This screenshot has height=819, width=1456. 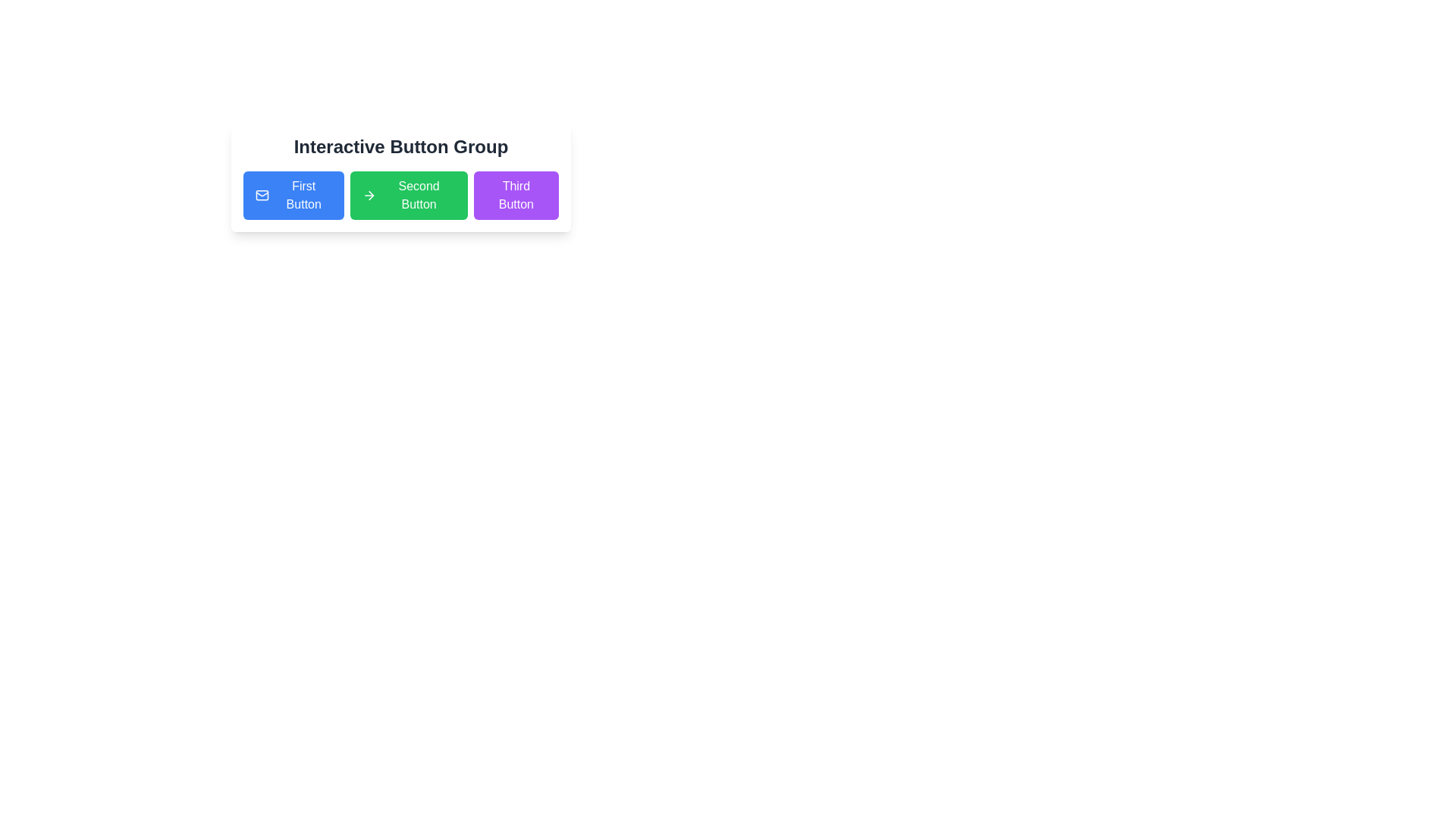 I want to click on the 'First Button' which contains the email-related icon, located in the horizontal button group, so click(x=262, y=195).